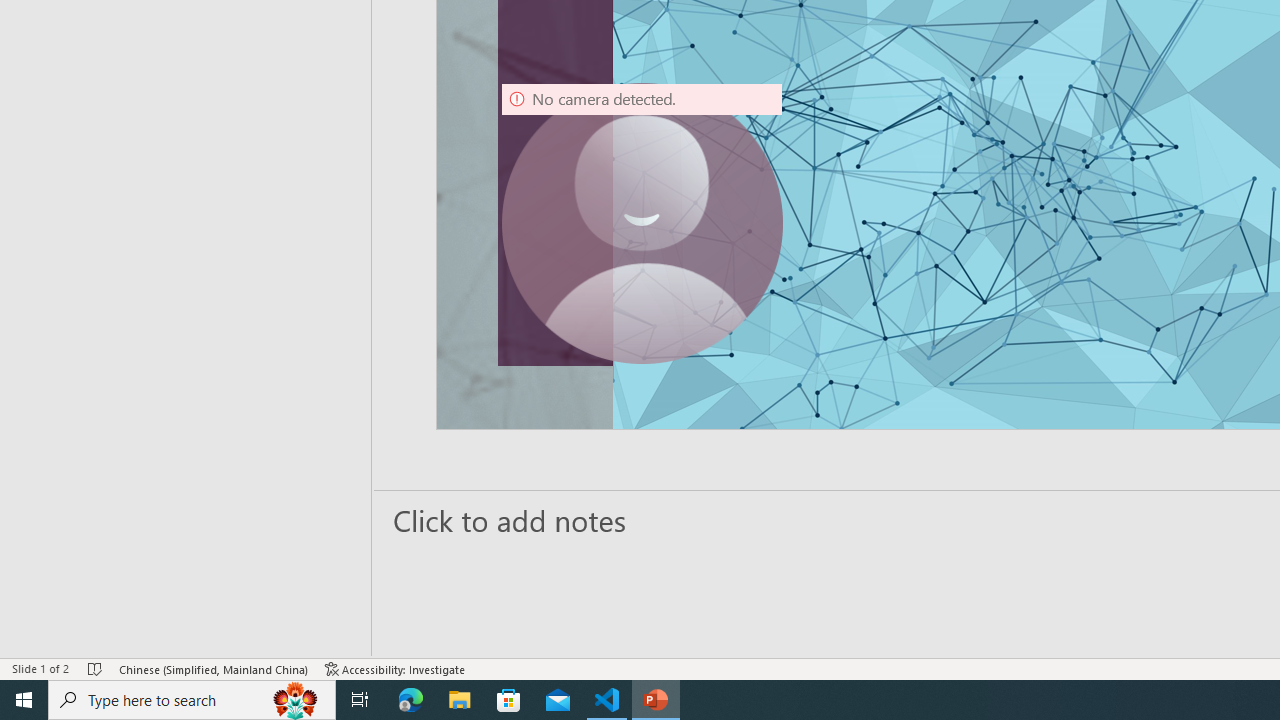  What do you see at coordinates (410, 698) in the screenshot?
I see `'Microsoft Edge'` at bounding box center [410, 698].